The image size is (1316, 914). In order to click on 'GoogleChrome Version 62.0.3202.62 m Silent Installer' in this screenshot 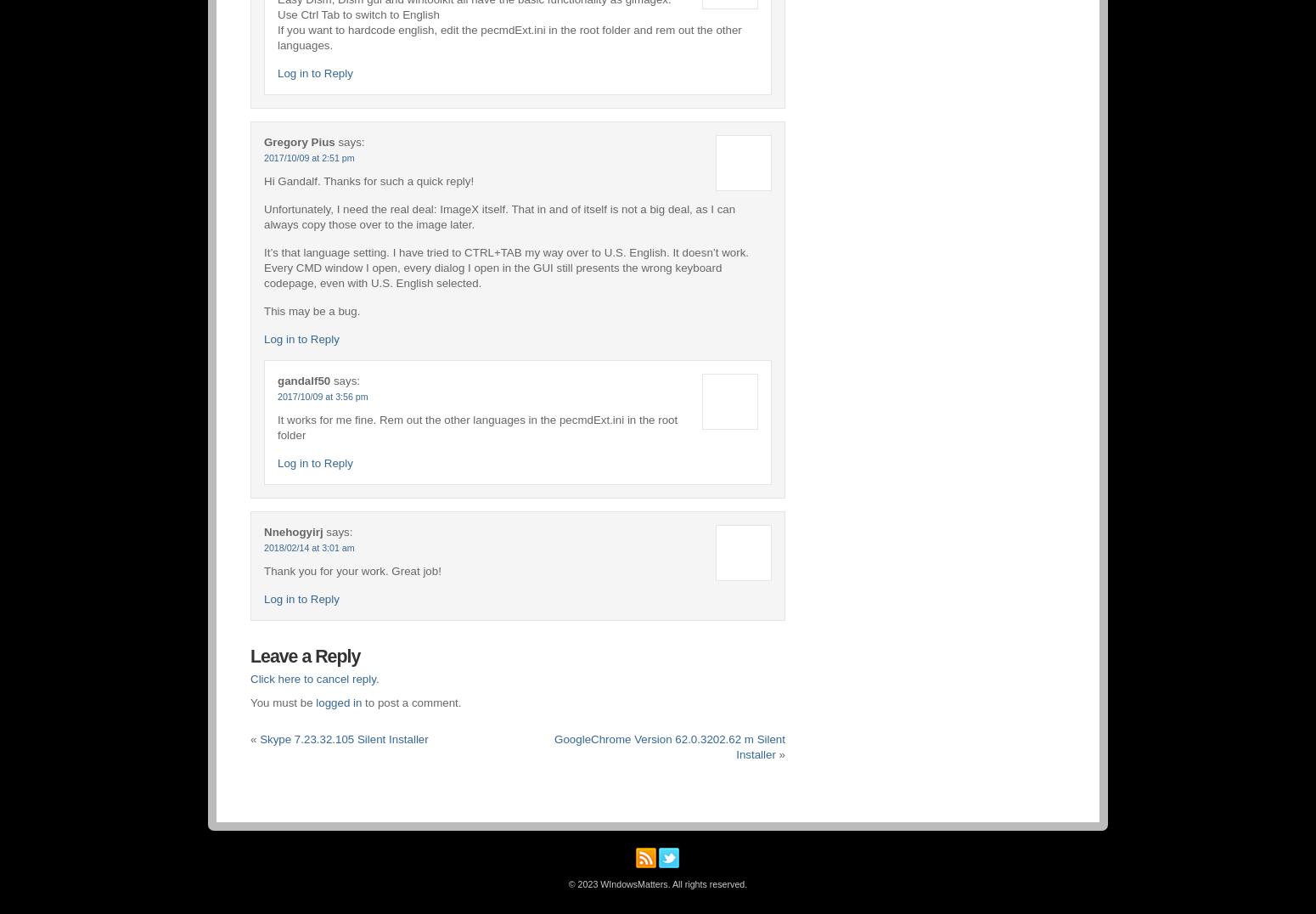, I will do `click(554, 747)`.